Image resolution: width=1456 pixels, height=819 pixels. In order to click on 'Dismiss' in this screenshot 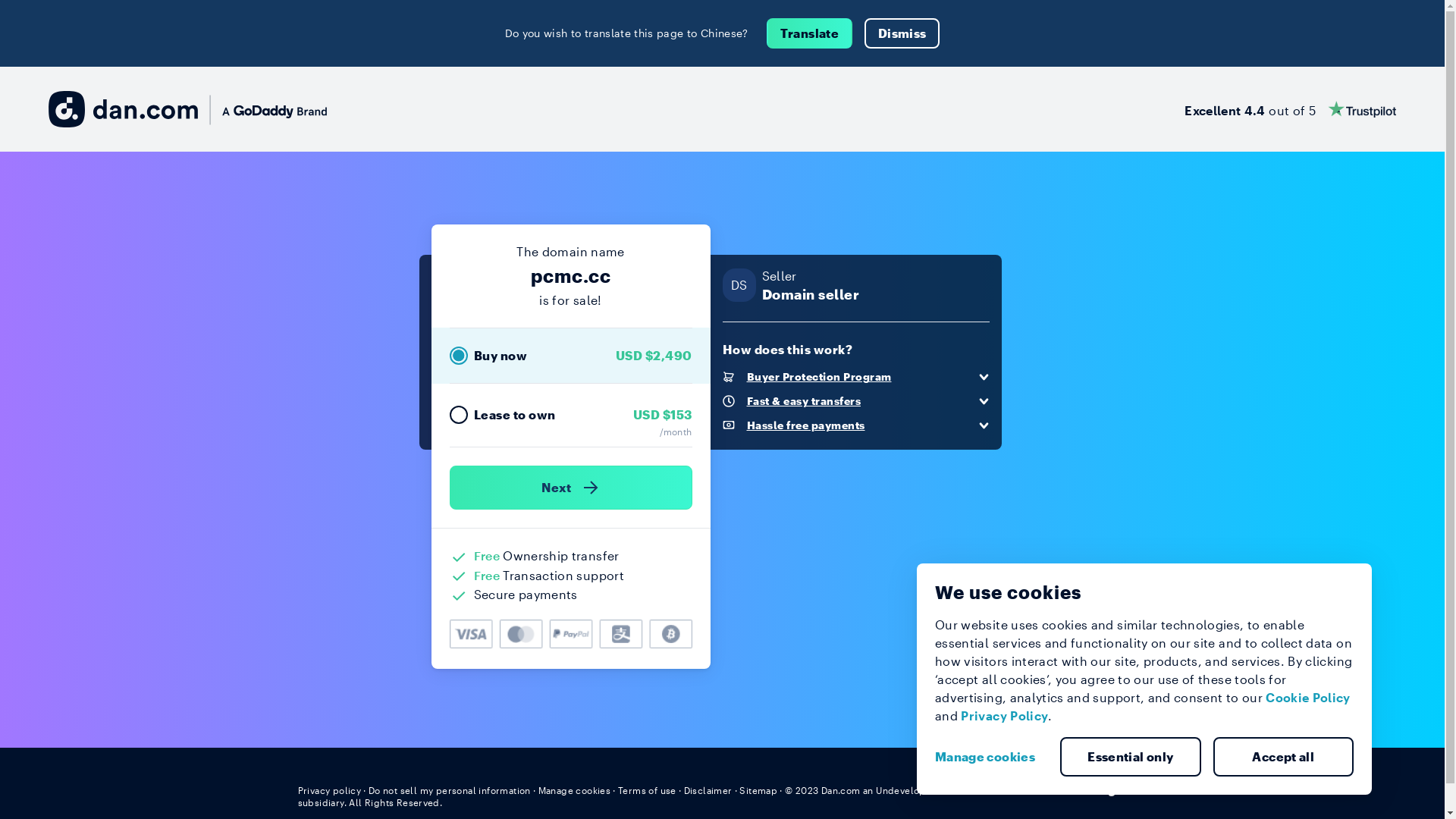, I will do `click(902, 33)`.